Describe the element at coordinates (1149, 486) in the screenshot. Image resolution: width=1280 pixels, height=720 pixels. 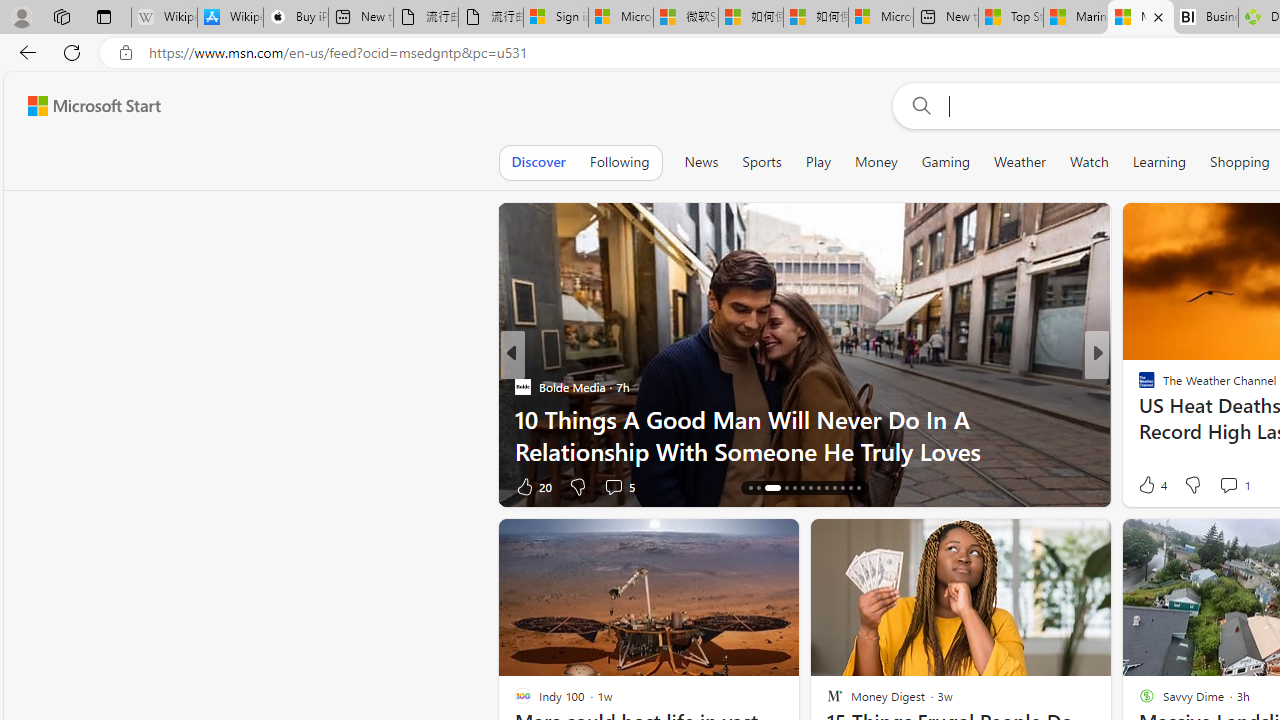
I see `'38 Like'` at that location.